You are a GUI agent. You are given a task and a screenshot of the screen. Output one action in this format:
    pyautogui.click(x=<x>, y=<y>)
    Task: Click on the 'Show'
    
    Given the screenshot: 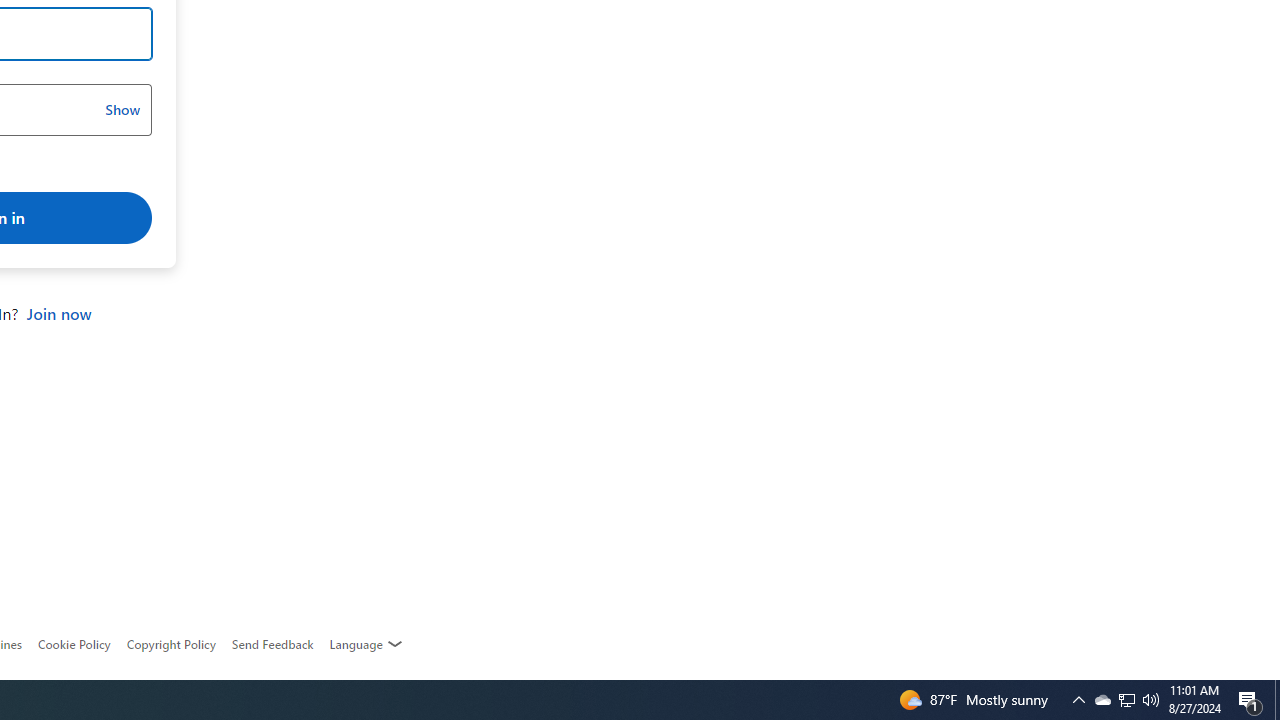 What is the action you would take?
    pyautogui.click(x=121, y=110)
    